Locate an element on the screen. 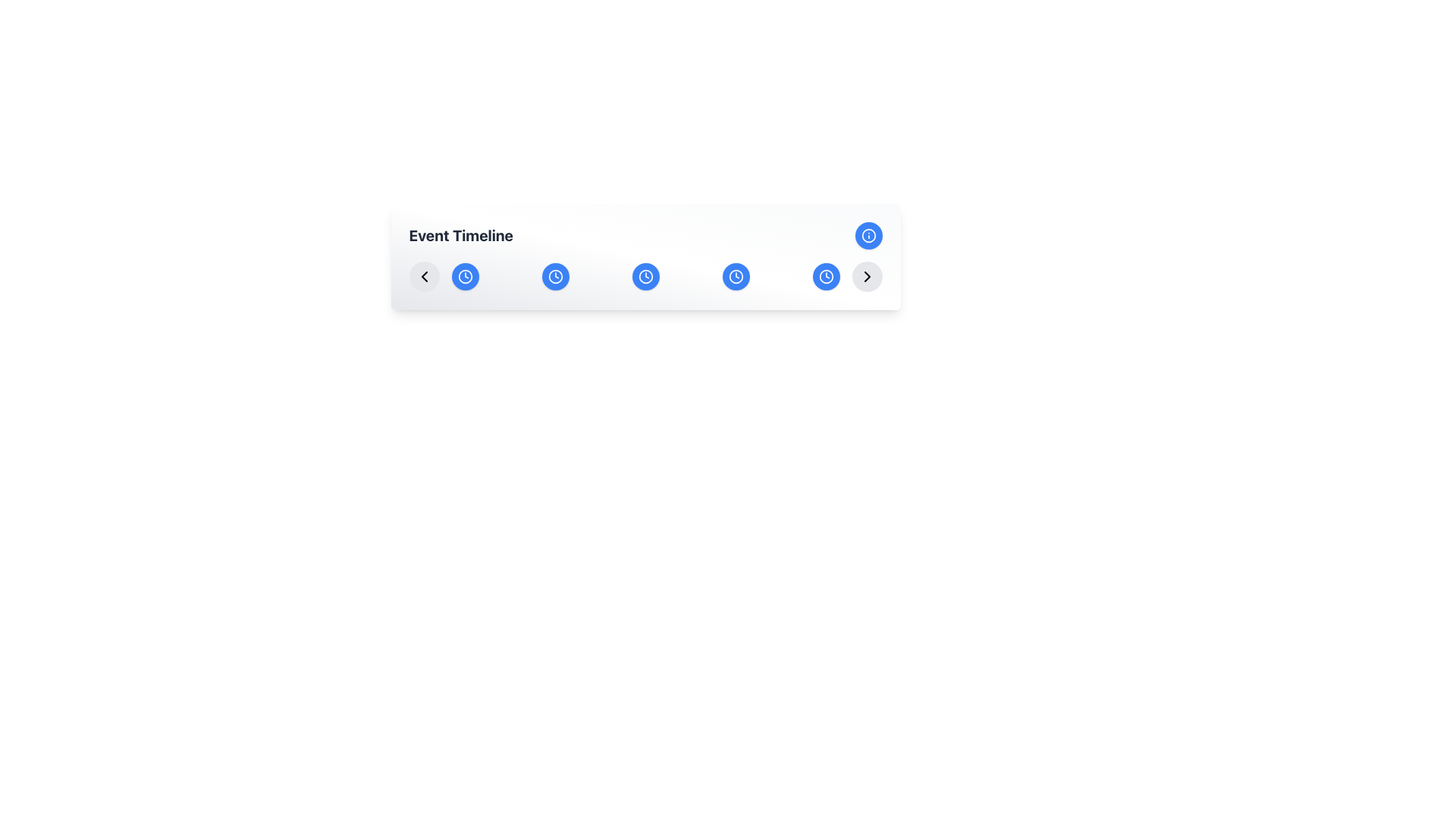 Image resolution: width=1456 pixels, height=819 pixels. the first circular button with a blue background and a white clock icon in the timeline navigation bar, located towards the top-left section is located at coordinates (464, 277).